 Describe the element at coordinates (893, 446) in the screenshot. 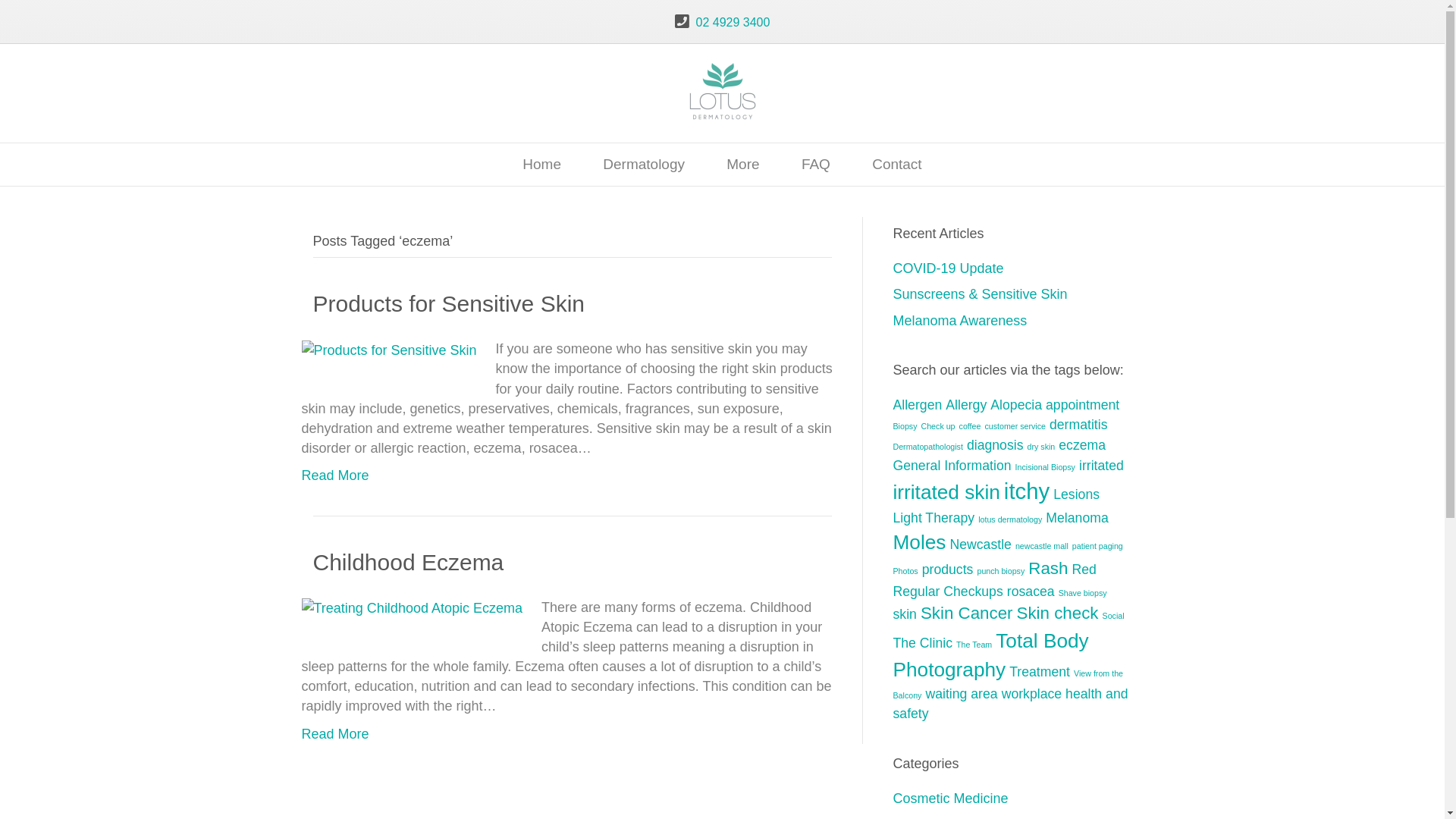

I see `'Dermatopathologist'` at that location.